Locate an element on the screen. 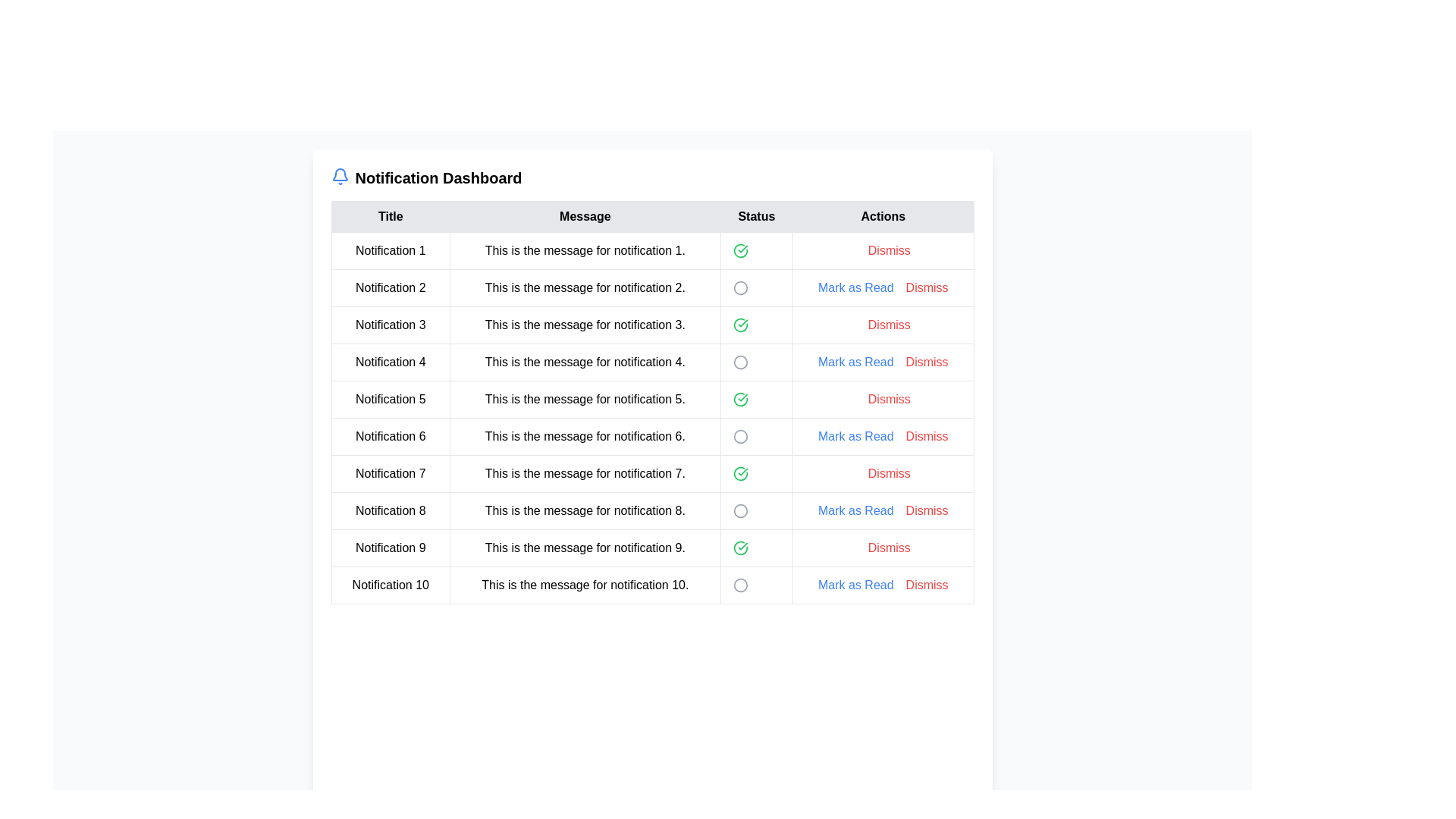 This screenshot has height=819, width=1456. circular gray icon with a hollow center located in the 'Status' column of the notification dashboard table for Notification 8 is located at coordinates (740, 511).